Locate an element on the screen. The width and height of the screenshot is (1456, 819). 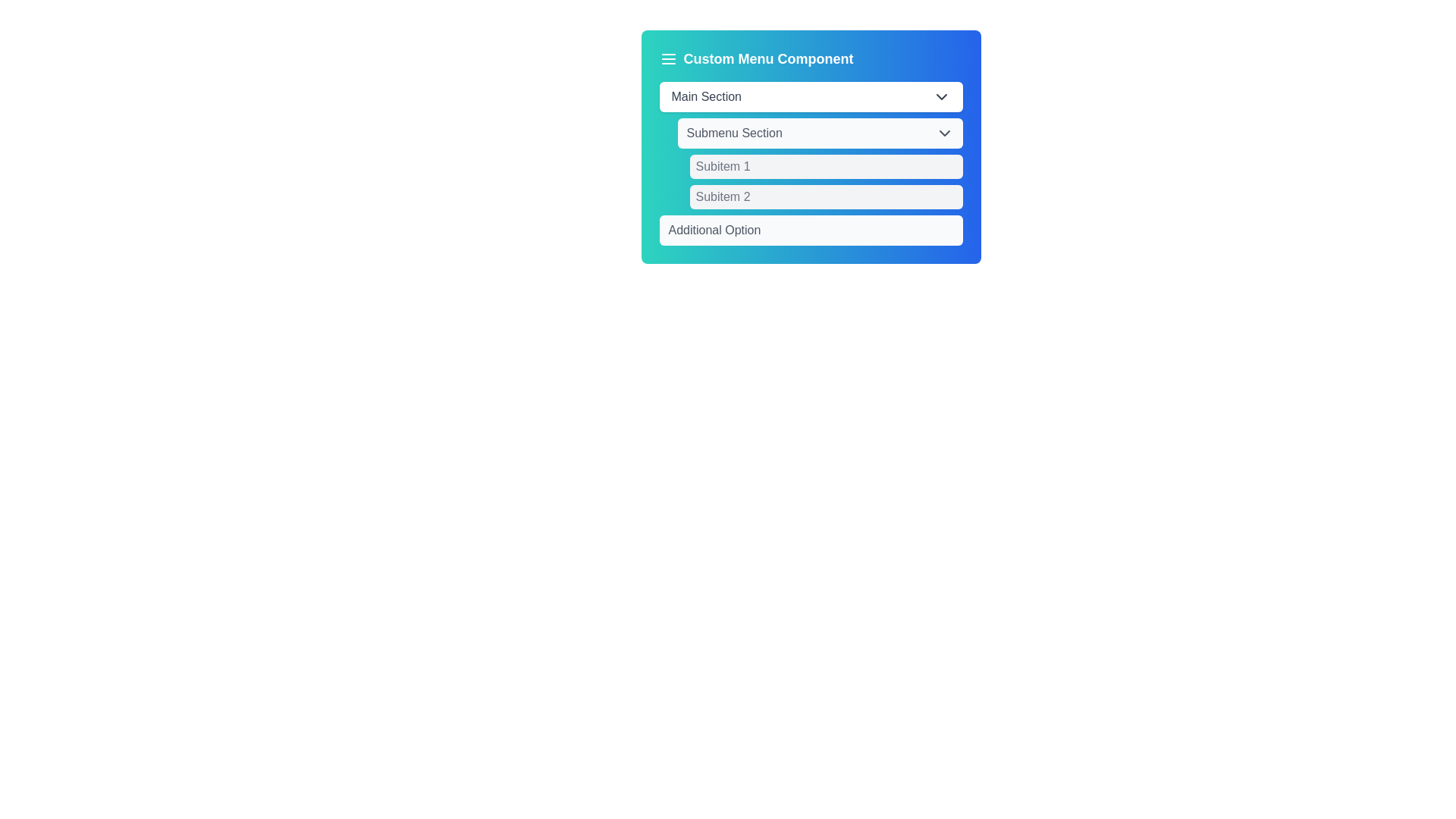
the clickable menu option button located directly below 'Subitem 2' in the vertical menu to change its background is located at coordinates (810, 231).